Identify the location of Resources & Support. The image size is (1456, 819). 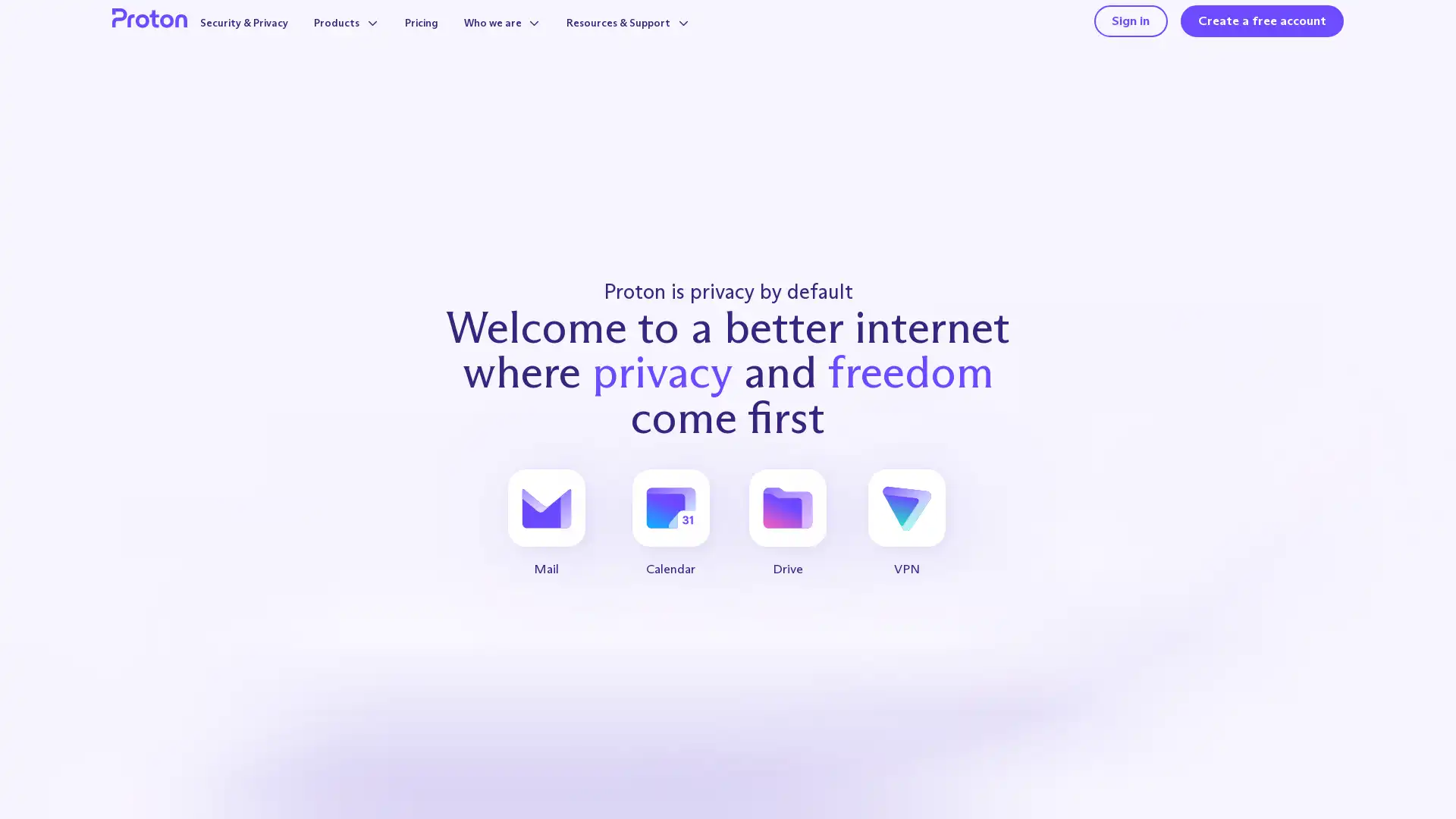
(655, 39).